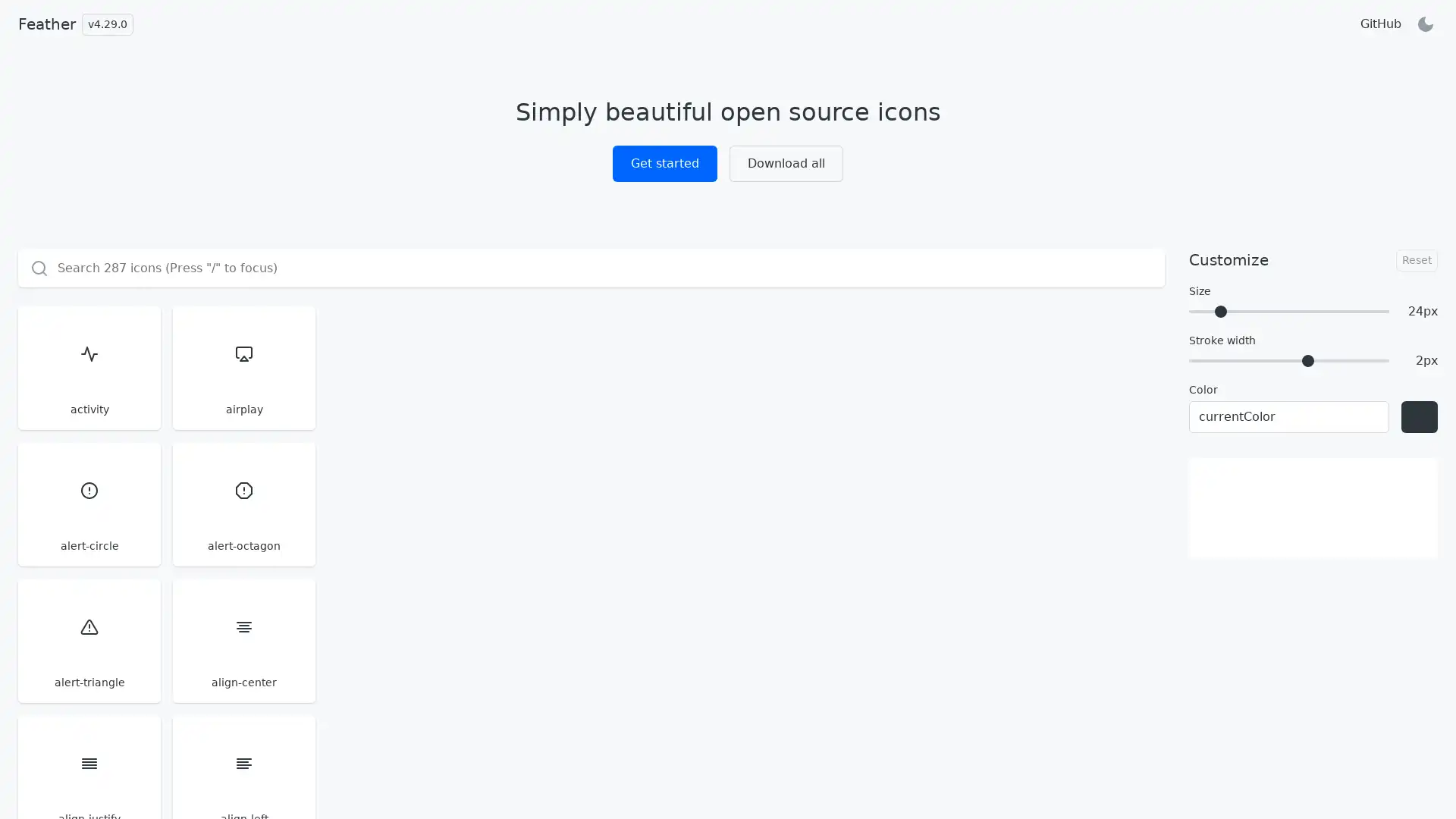 The width and height of the screenshot is (1456, 819). I want to click on arrow-up-right, so click(590, 640).